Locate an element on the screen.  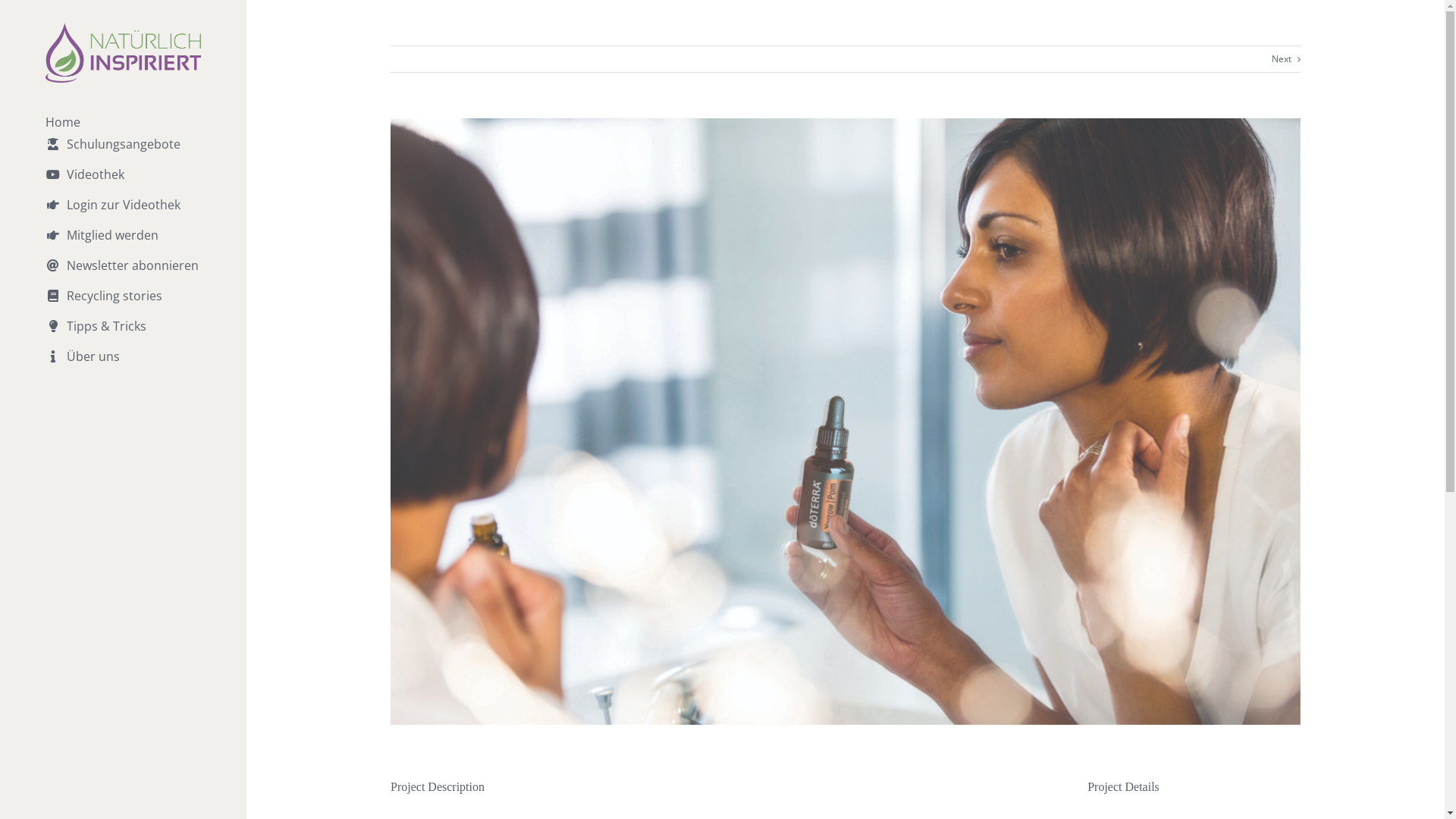
'Login zur Videothek' is located at coordinates (123, 213).